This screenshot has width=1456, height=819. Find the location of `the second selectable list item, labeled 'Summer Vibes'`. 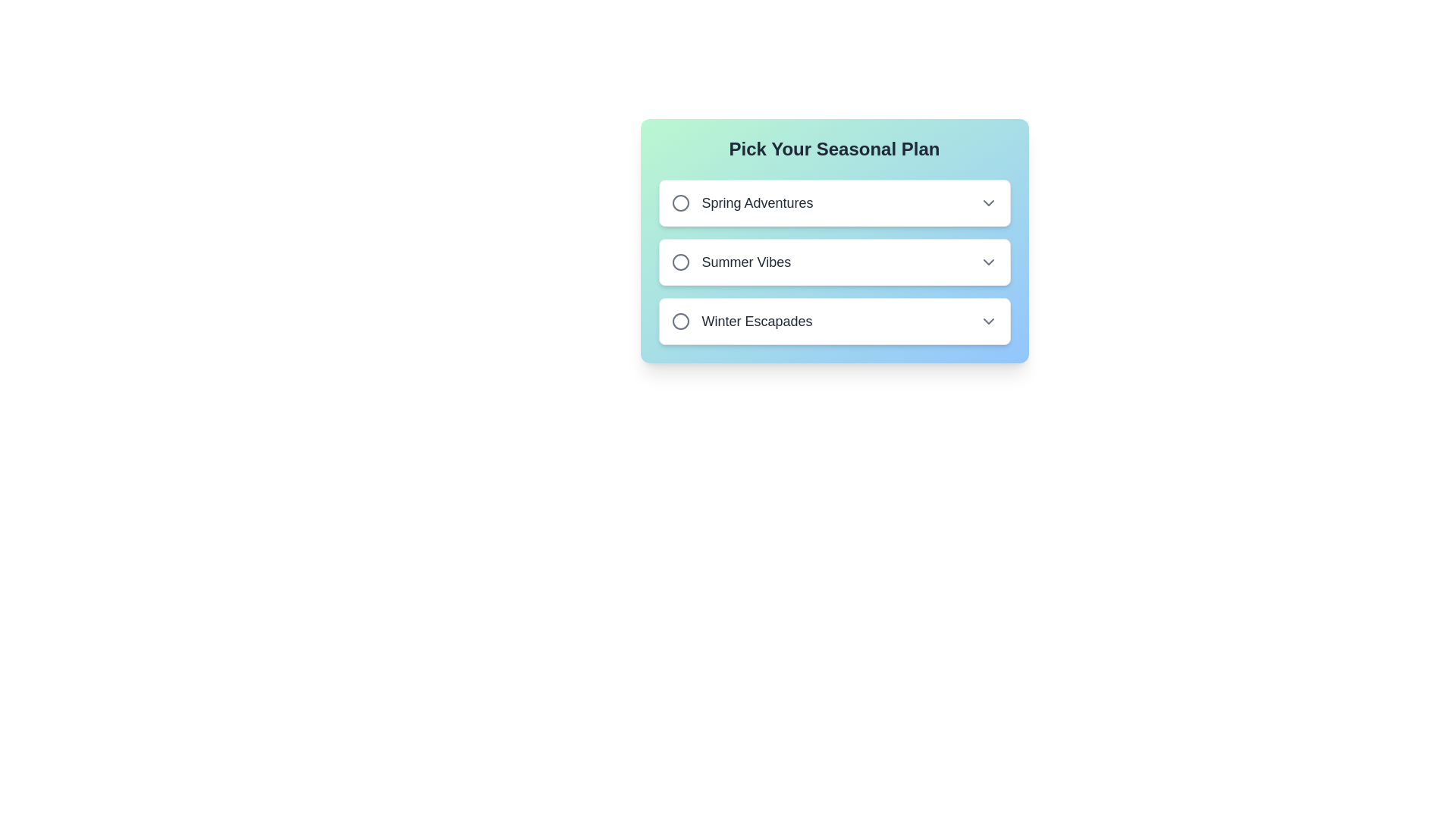

the second selectable list item, labeled 'Summer Vibes' is located at coordinates (731, 262).